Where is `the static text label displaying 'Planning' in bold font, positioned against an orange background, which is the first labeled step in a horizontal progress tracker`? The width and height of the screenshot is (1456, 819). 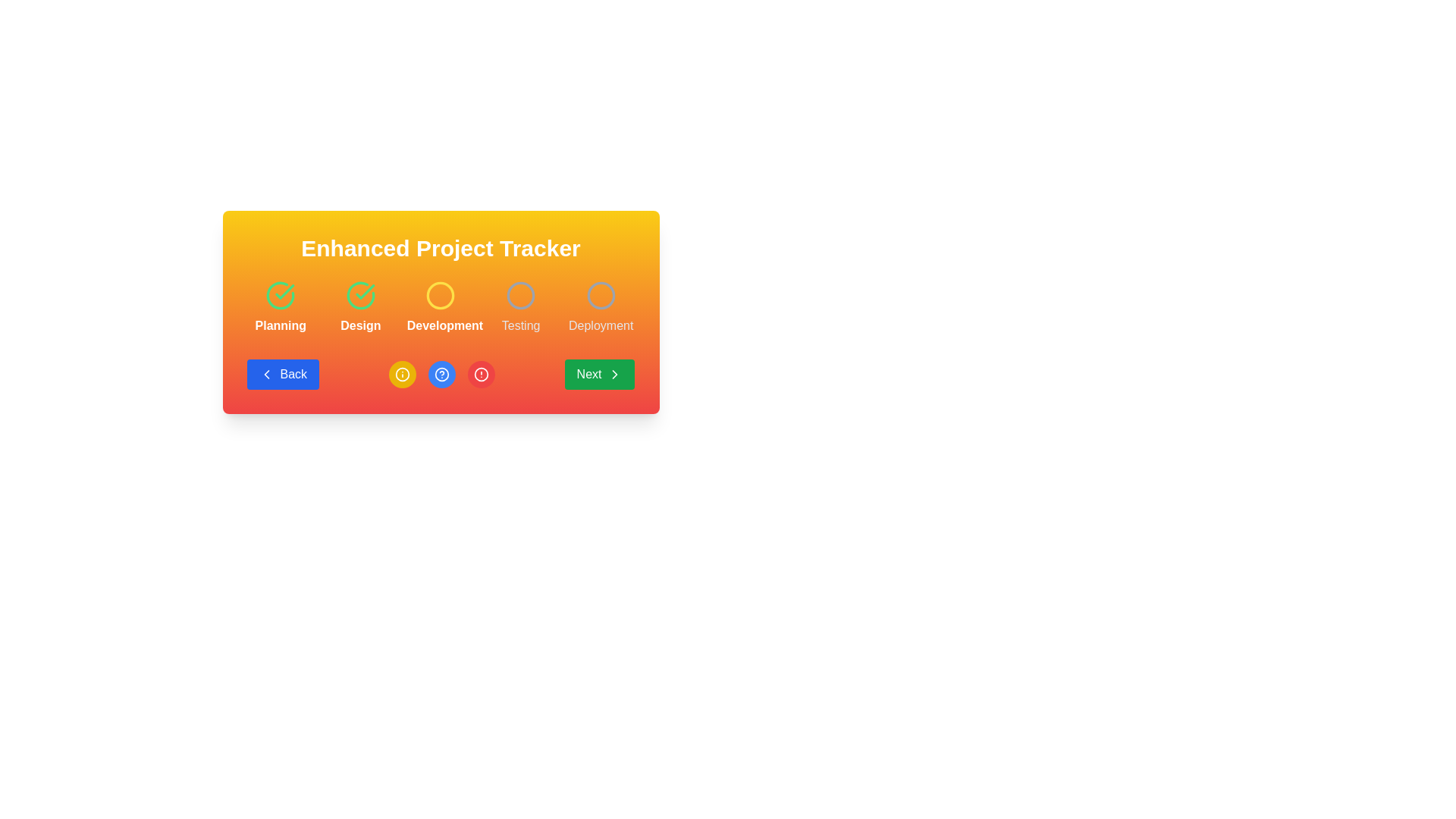 the static text label displaying 'Planning' in bold font, positioned against an orange background, which is the first labeled step in a horizontal progress tracker is located at coordinates (281, 325).